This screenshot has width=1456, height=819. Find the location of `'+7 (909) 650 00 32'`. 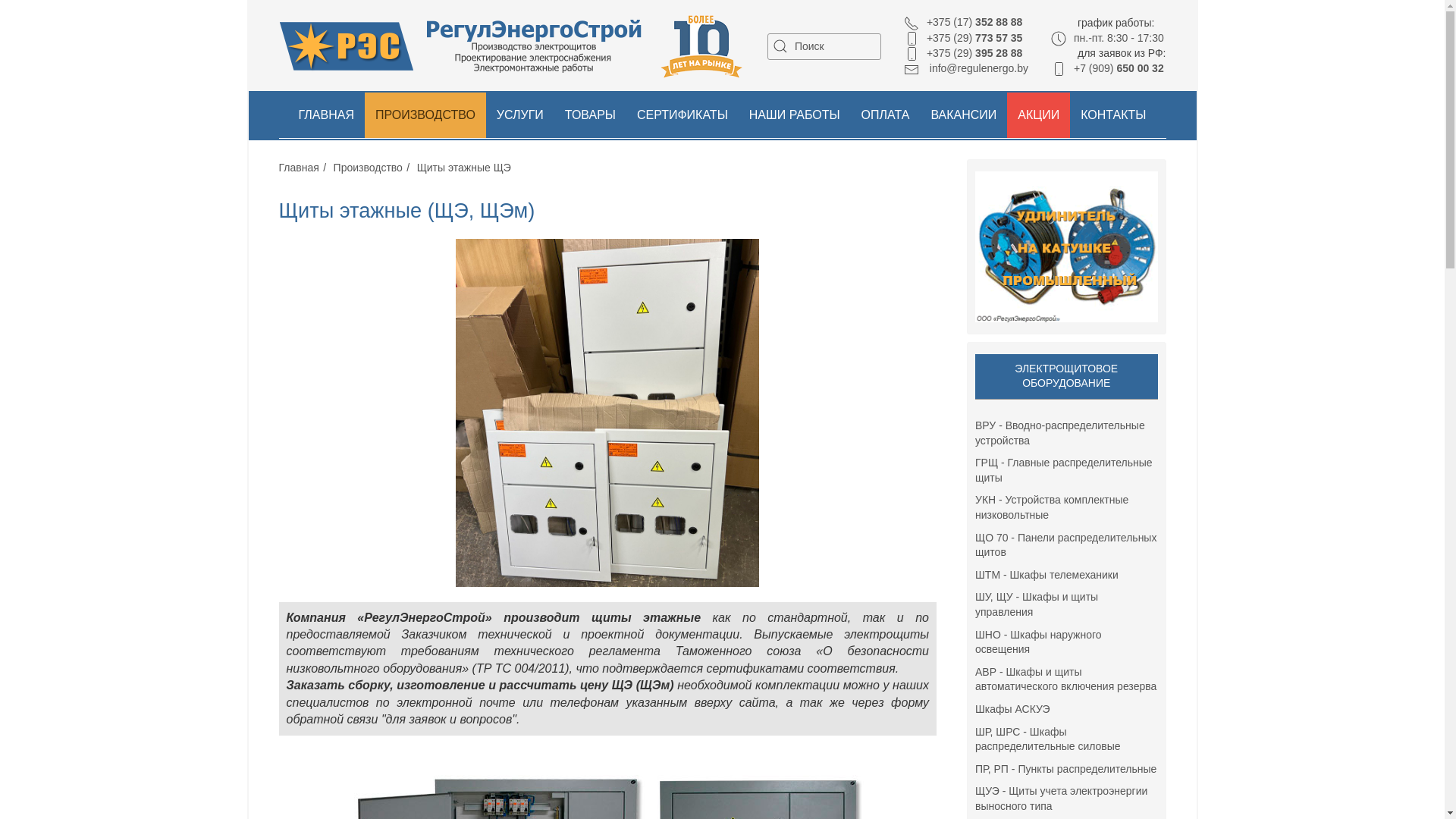

'+7 (909) 650 00 32' is located at coordinates (1107, 67).